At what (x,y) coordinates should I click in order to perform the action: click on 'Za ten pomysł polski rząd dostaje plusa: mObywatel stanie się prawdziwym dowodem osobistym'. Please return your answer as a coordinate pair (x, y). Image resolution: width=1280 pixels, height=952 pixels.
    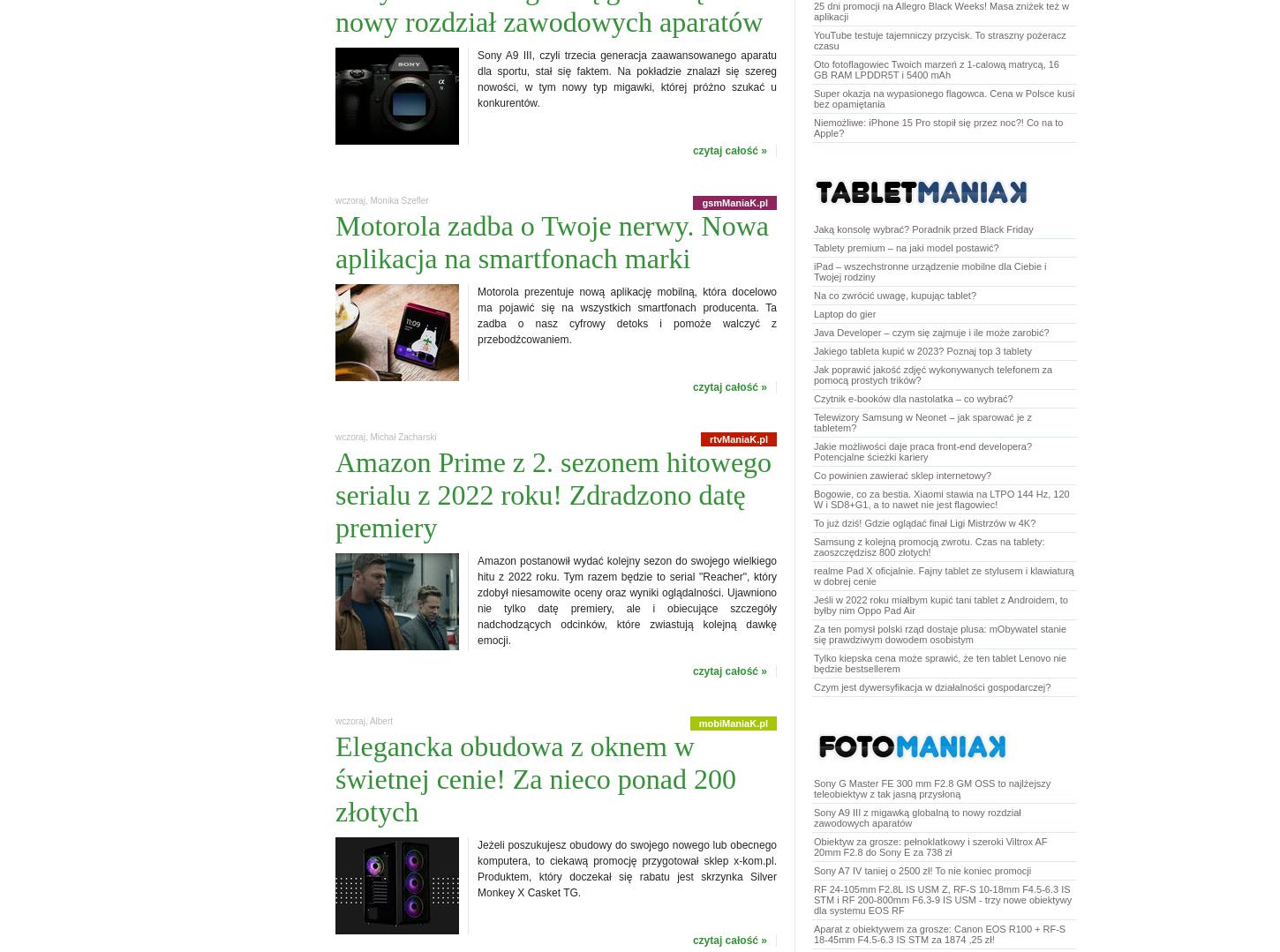
    Looking at the image, I should click on (813, 633).